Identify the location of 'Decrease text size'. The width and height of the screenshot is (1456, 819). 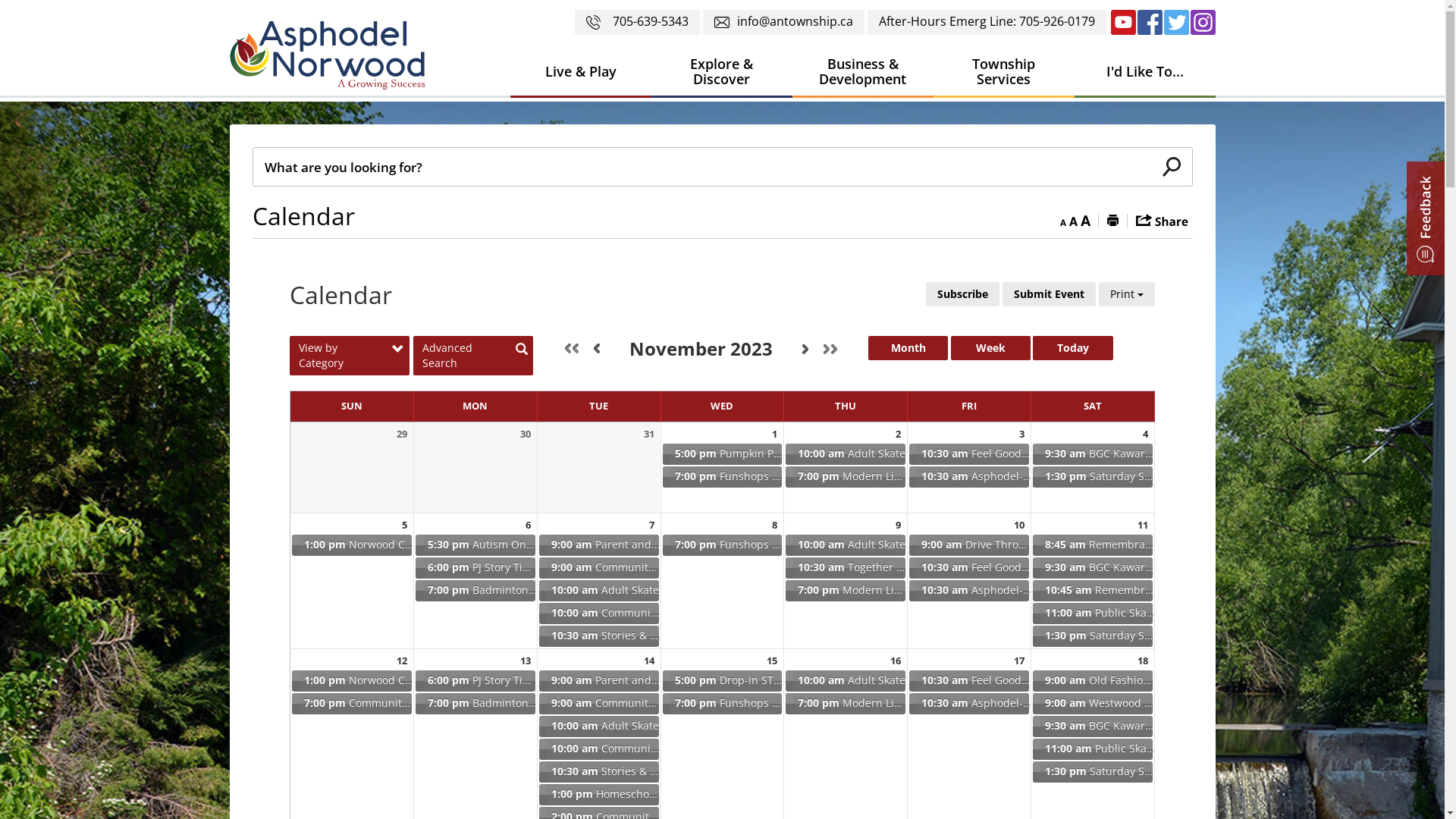
(1062, 219).